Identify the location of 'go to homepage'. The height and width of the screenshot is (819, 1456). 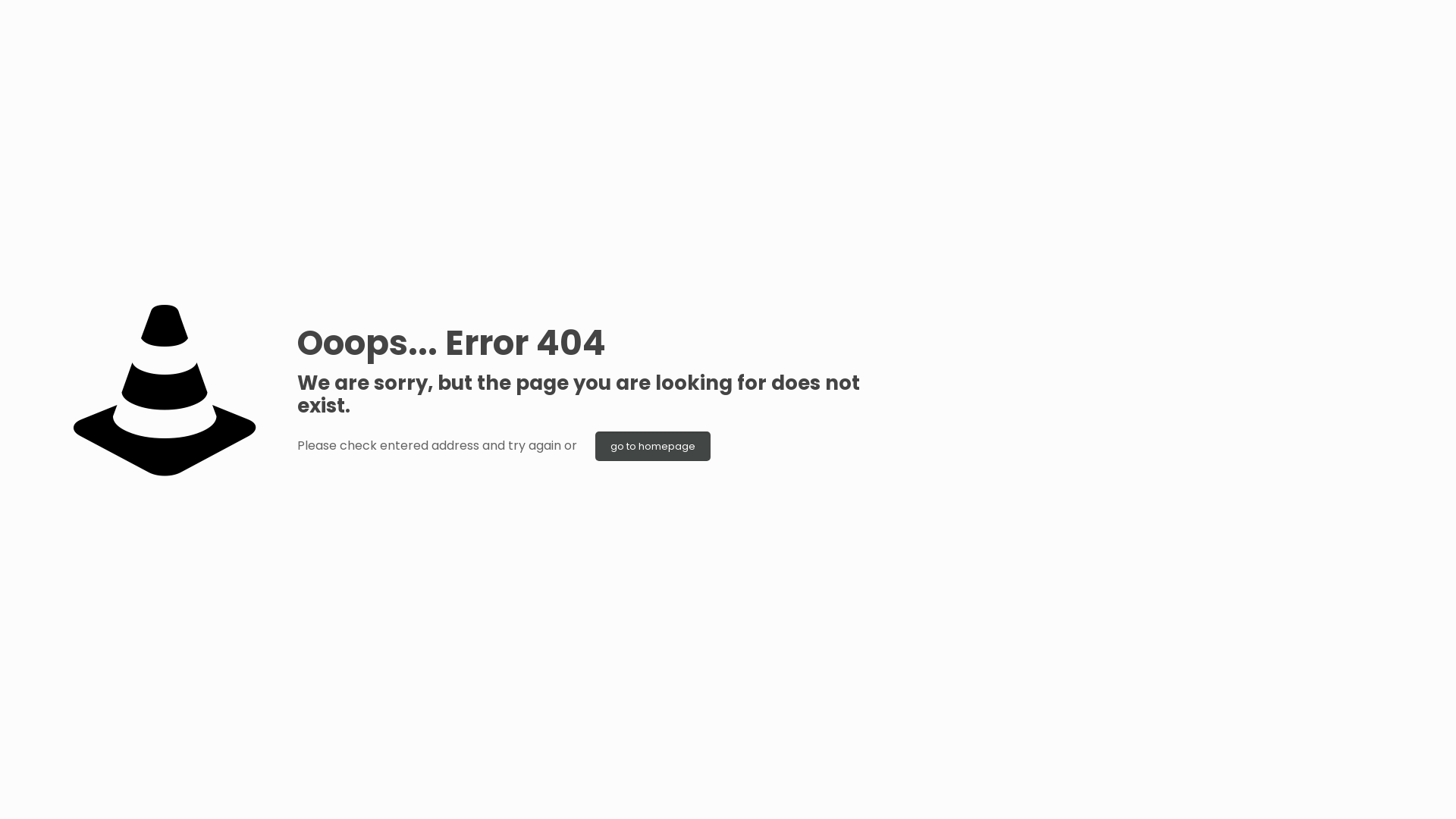
(652, 445).